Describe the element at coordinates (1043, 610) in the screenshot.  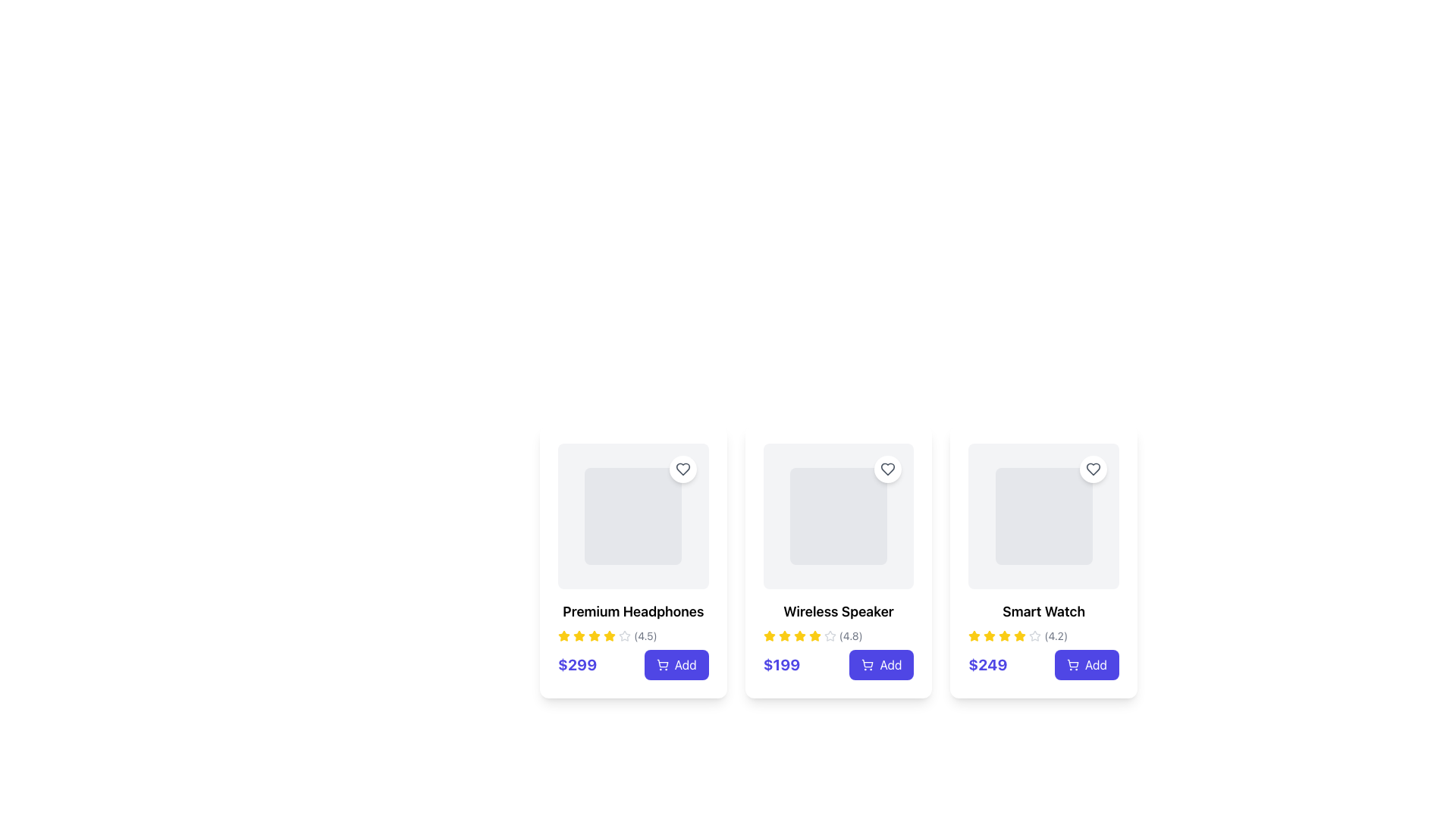
I see `the bold 'Smart Watch' static text displayed above the star rating and price details in the third product card` at that location.